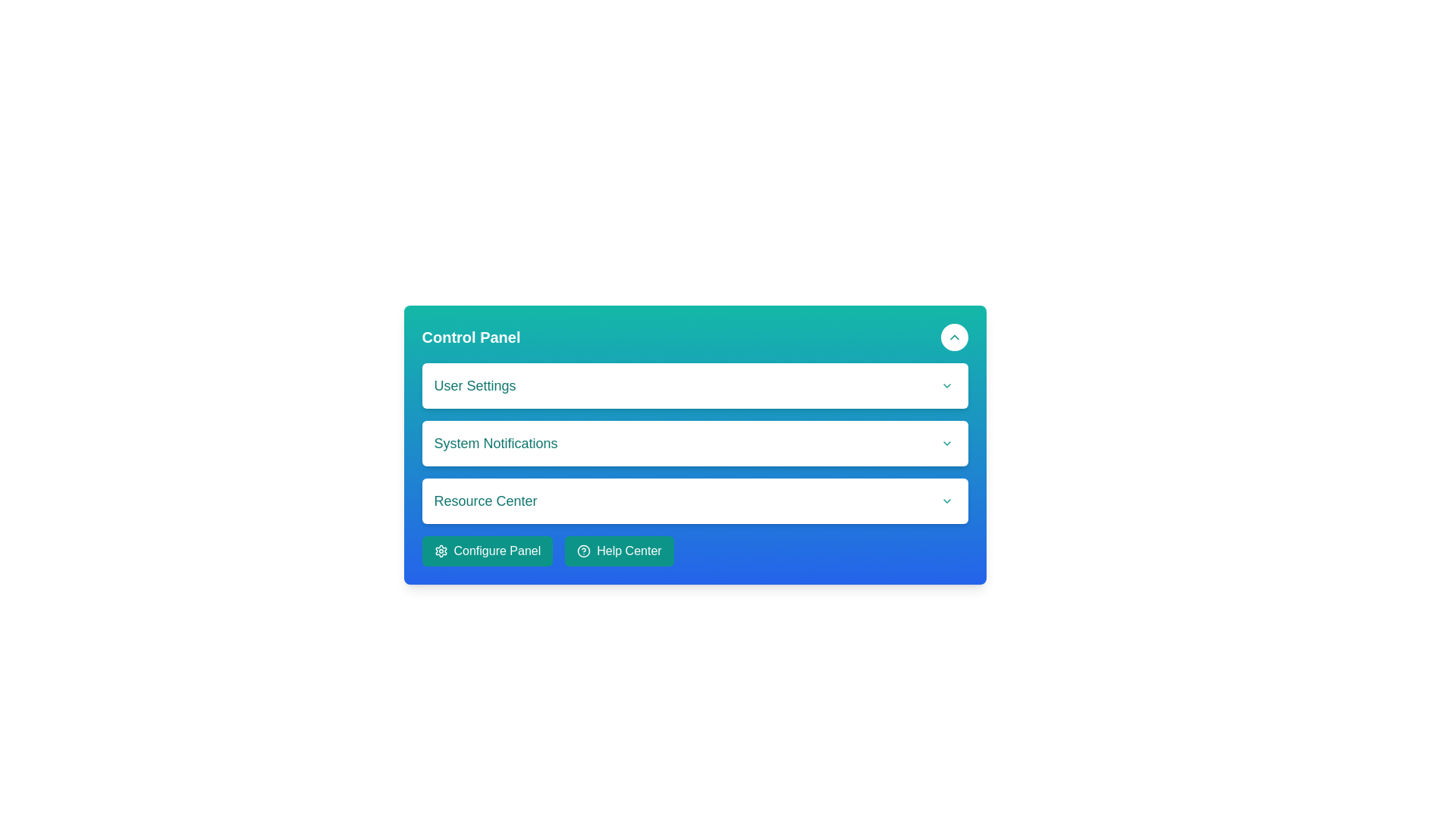 The height and width of the screenshot is (819, 1456). What do you see at coordinates (946, 385) in the screenshot?
I see `the downward-pointing teal chevron icon on the right side of the 'User Settings' dropdown button in the 'Control Panel'` at bounding box center [946, 385].